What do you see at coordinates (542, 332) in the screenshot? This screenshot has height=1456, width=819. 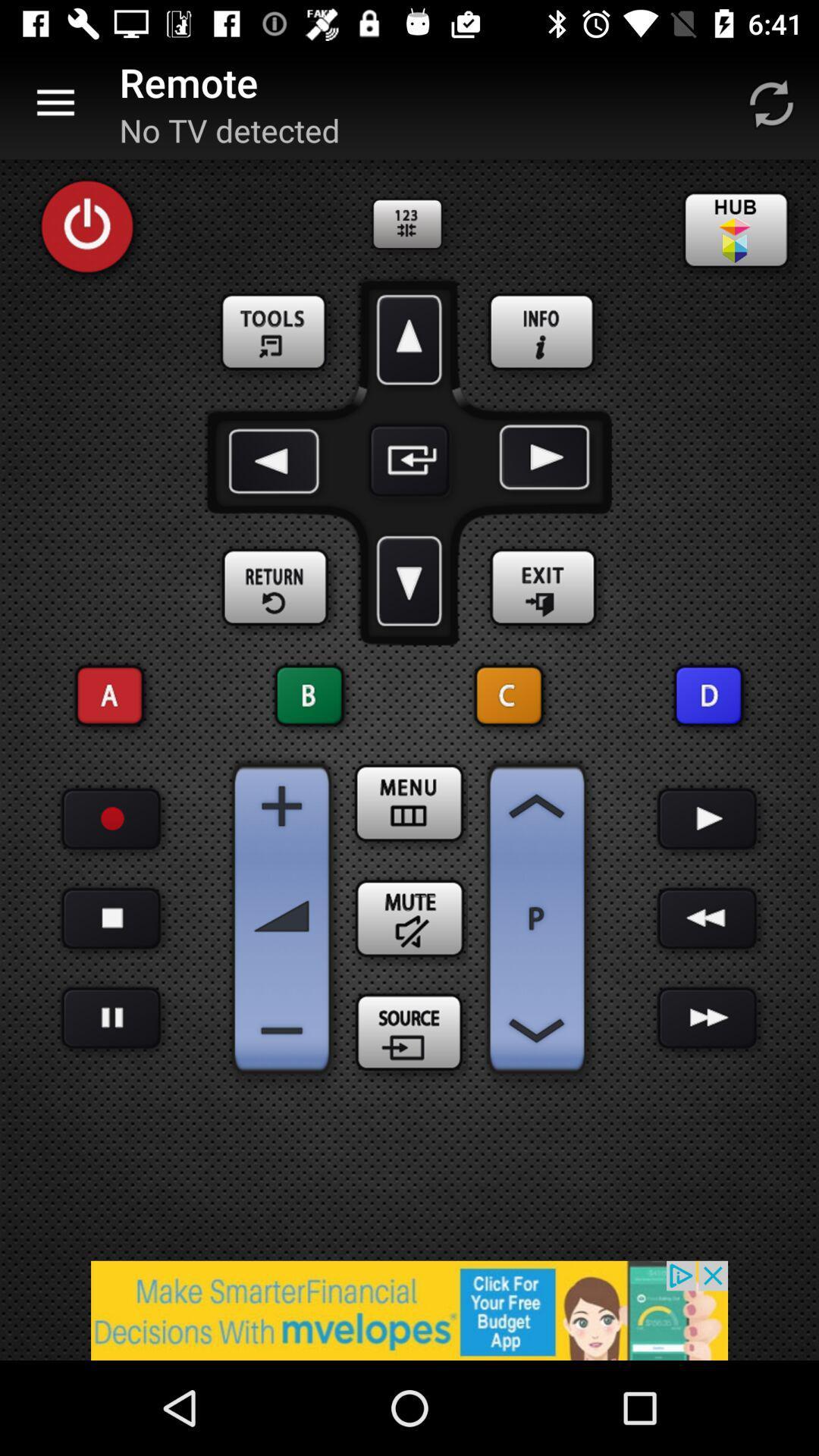 I see `the facebook icon` at bounding box center [542, 332].